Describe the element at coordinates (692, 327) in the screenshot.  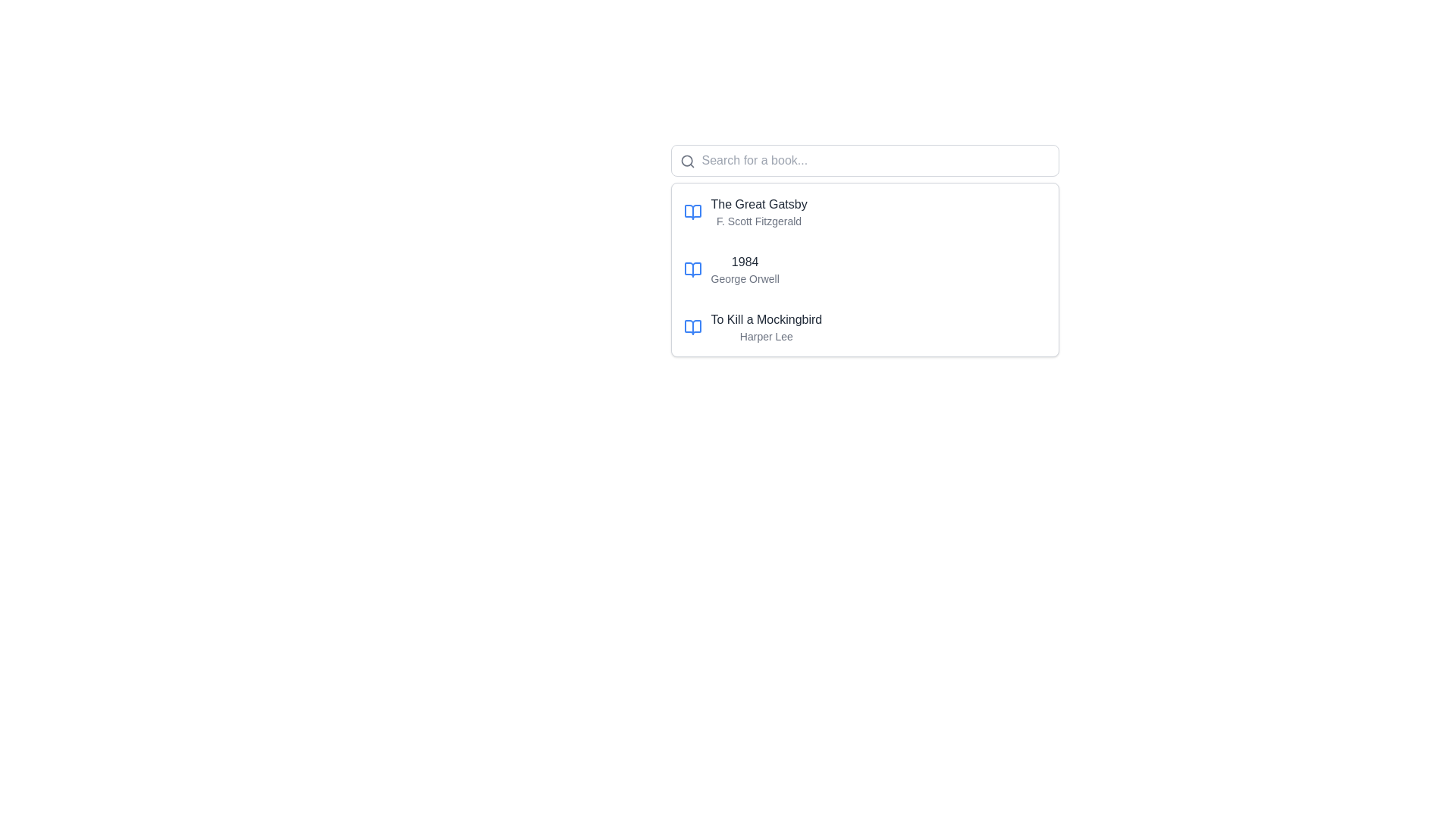
I see `the open book icon, which is blue and located to the left of the title 'To Kill a Mockingbird' and the author 'Harper Lee' in the third entry of the book list` at that location.